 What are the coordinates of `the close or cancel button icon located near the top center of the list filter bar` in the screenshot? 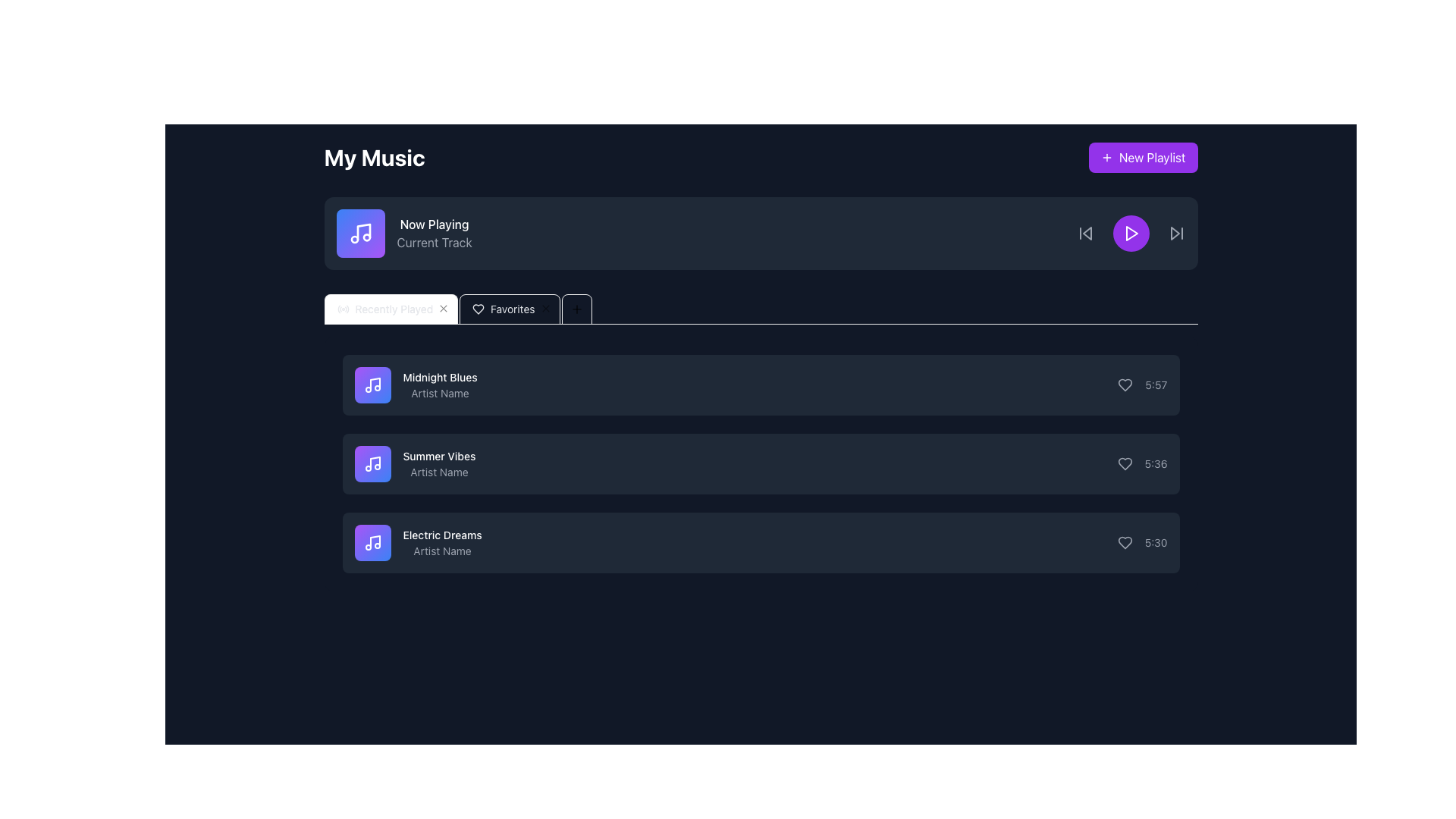 It's located at (443, 308).